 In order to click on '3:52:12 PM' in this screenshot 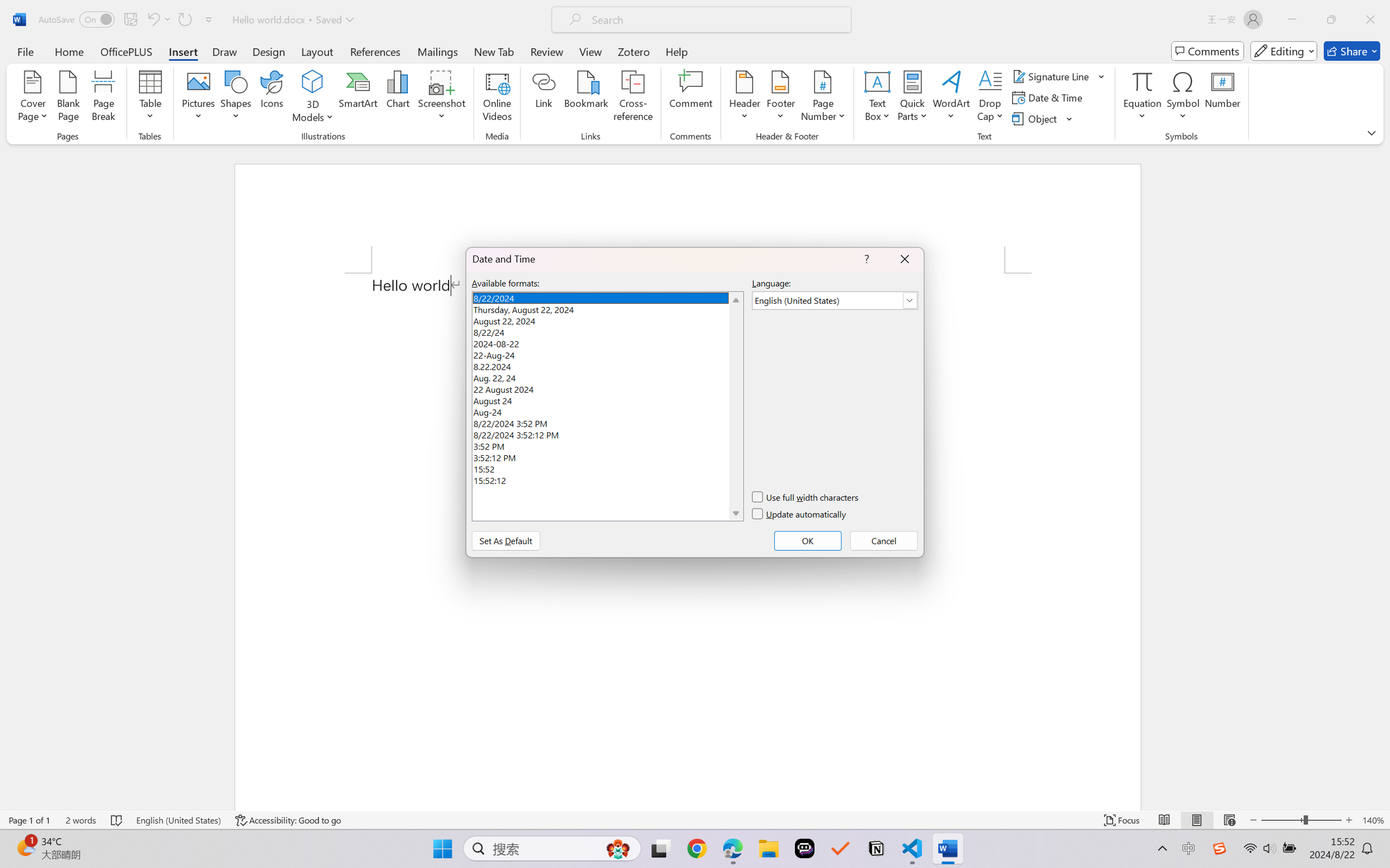, I will do `click(607, 455)`.